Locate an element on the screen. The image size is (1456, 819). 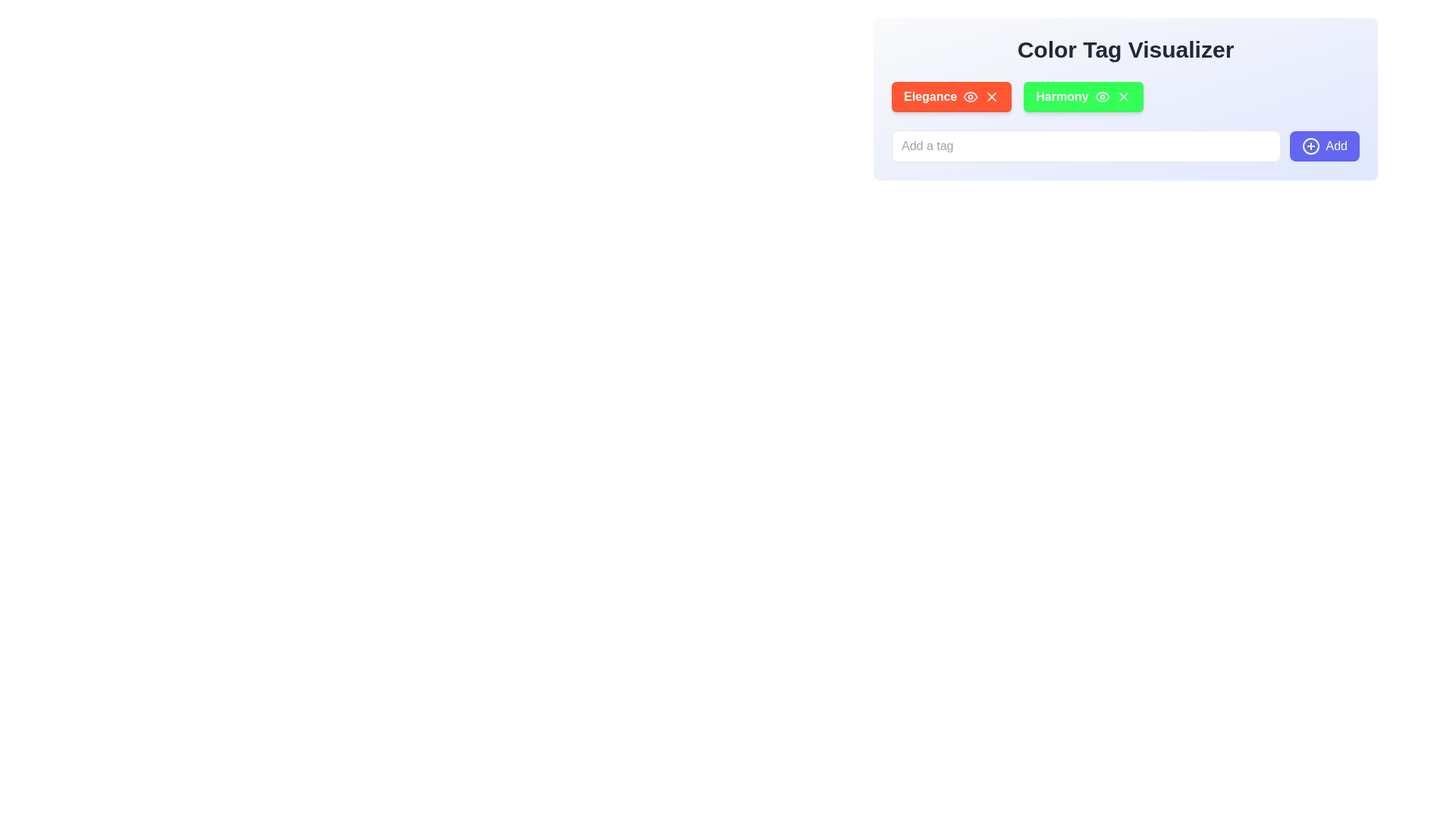
the addition icon located within the 'Add' button at the far right of the interface, adjacent to the text 'Add' is located at coordinates (1310, 146).